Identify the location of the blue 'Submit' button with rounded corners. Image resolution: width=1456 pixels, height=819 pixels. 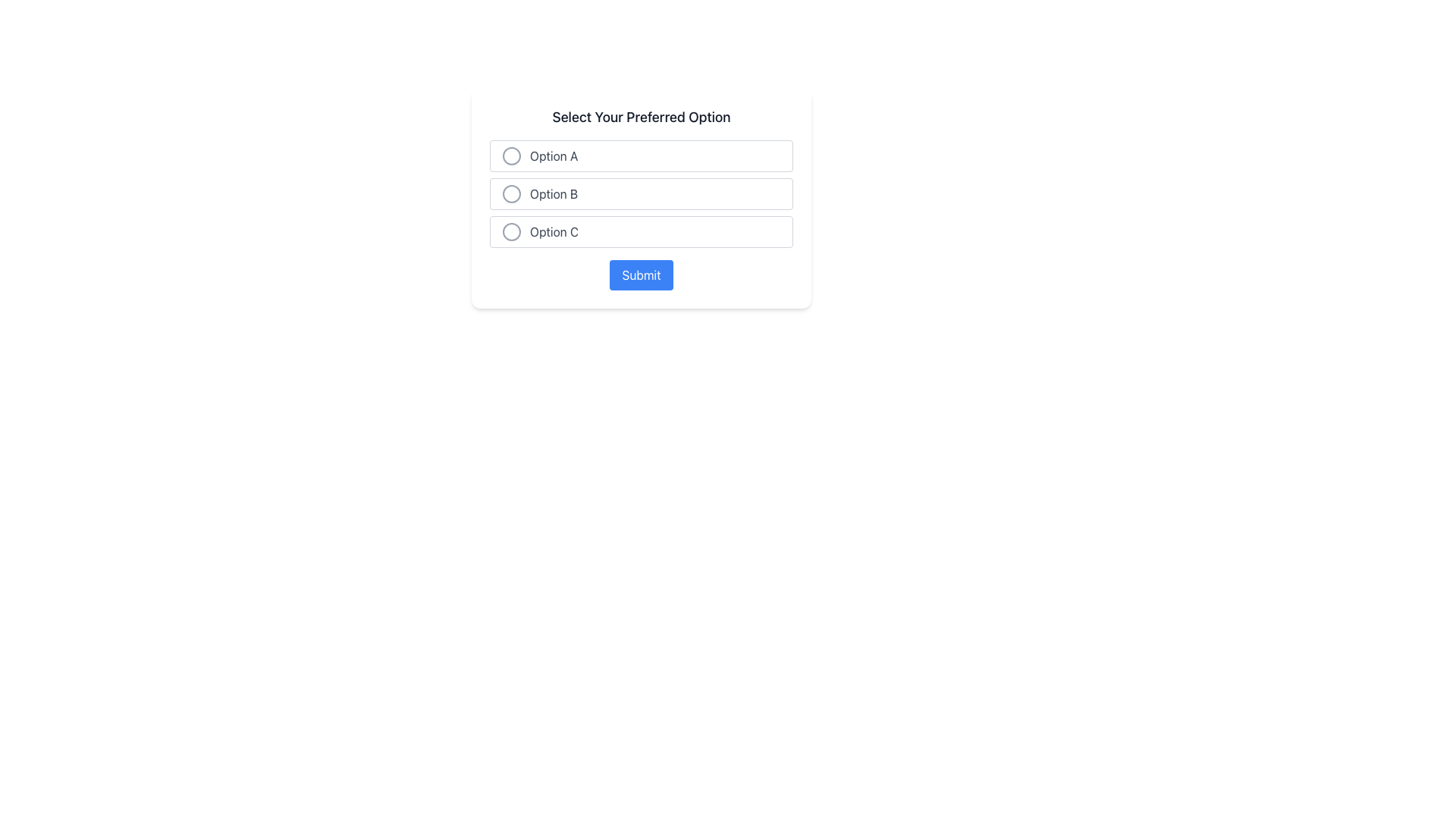
(641, 275).